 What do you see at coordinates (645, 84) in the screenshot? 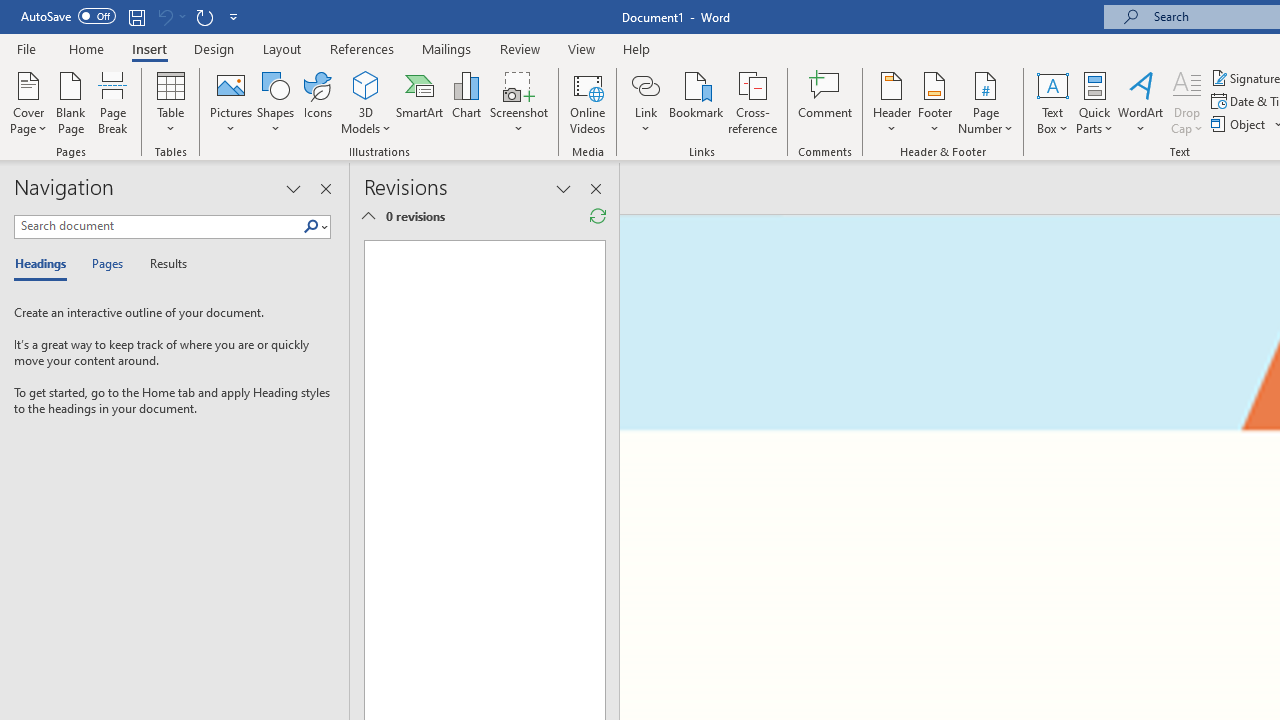
I see `'Link'` at bounding box center [645, 84].